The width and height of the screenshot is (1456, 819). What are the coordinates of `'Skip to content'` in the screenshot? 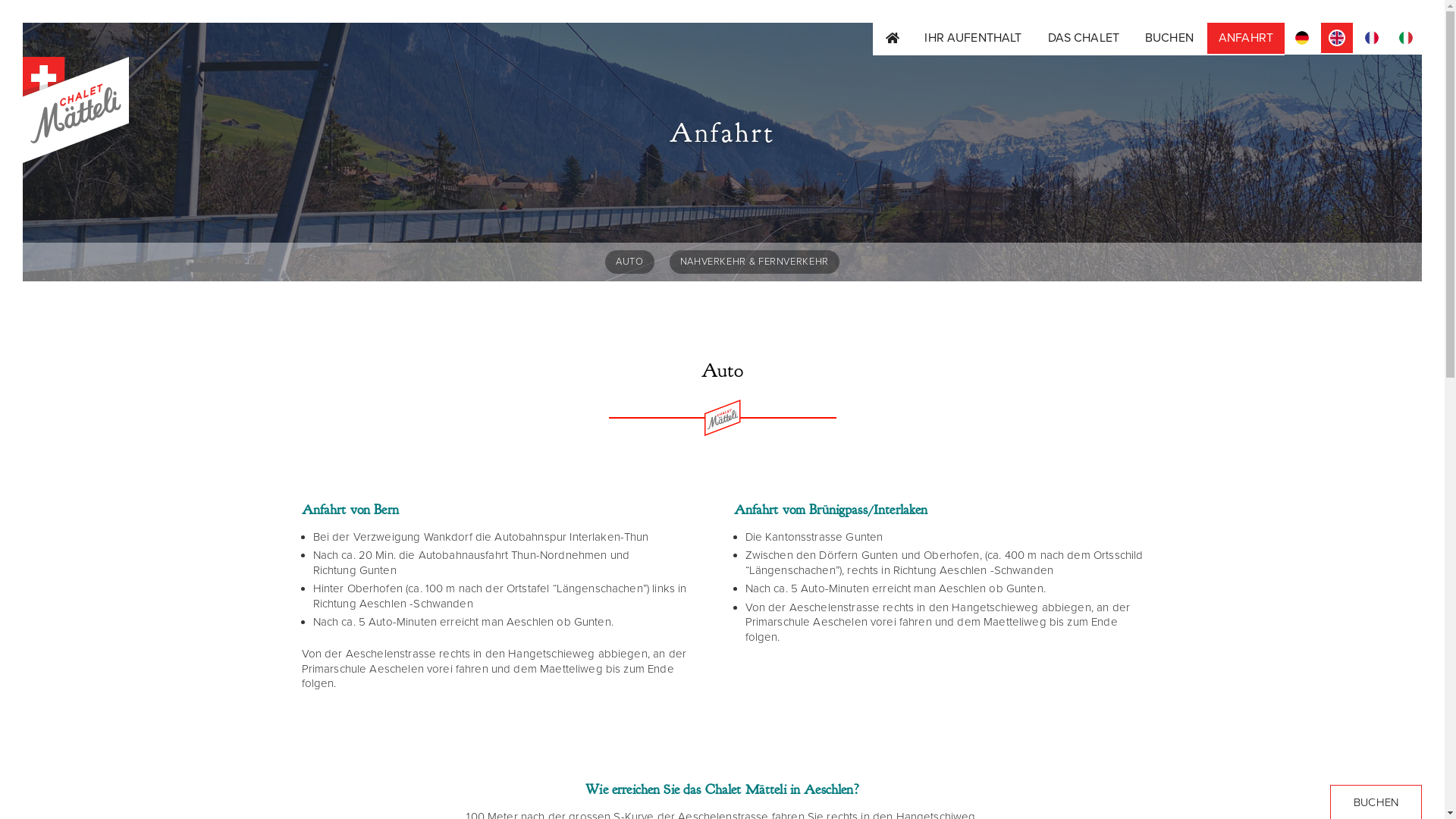 It's located at (23, 23).